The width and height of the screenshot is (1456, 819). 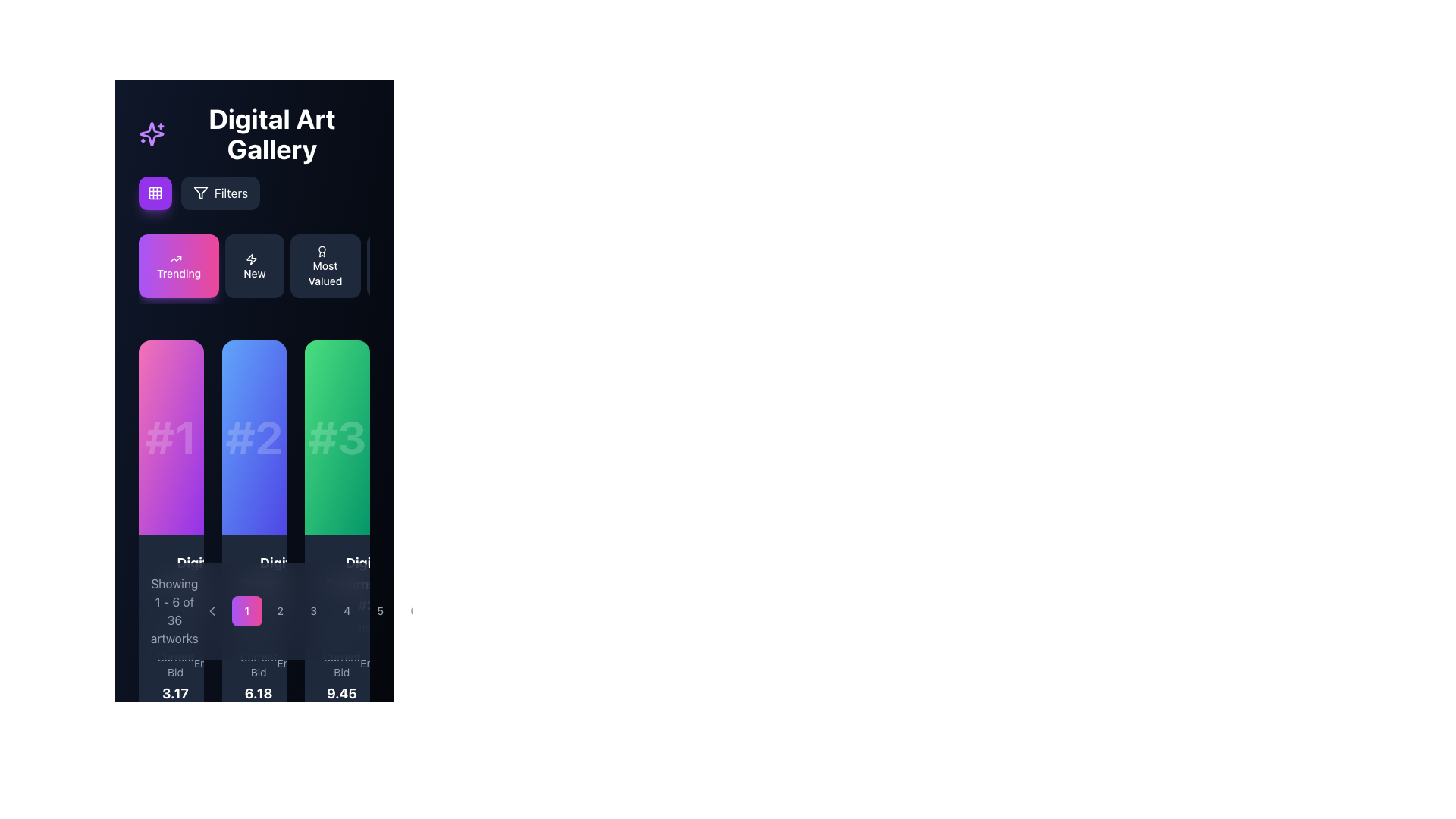 What do you see at coordinates (254, 203) in the screenshot?
I see `the filter button located centrally in the top section of the main content area, positioned to the right of a purple square icon with a grid design` at bounding box center [254, 203].